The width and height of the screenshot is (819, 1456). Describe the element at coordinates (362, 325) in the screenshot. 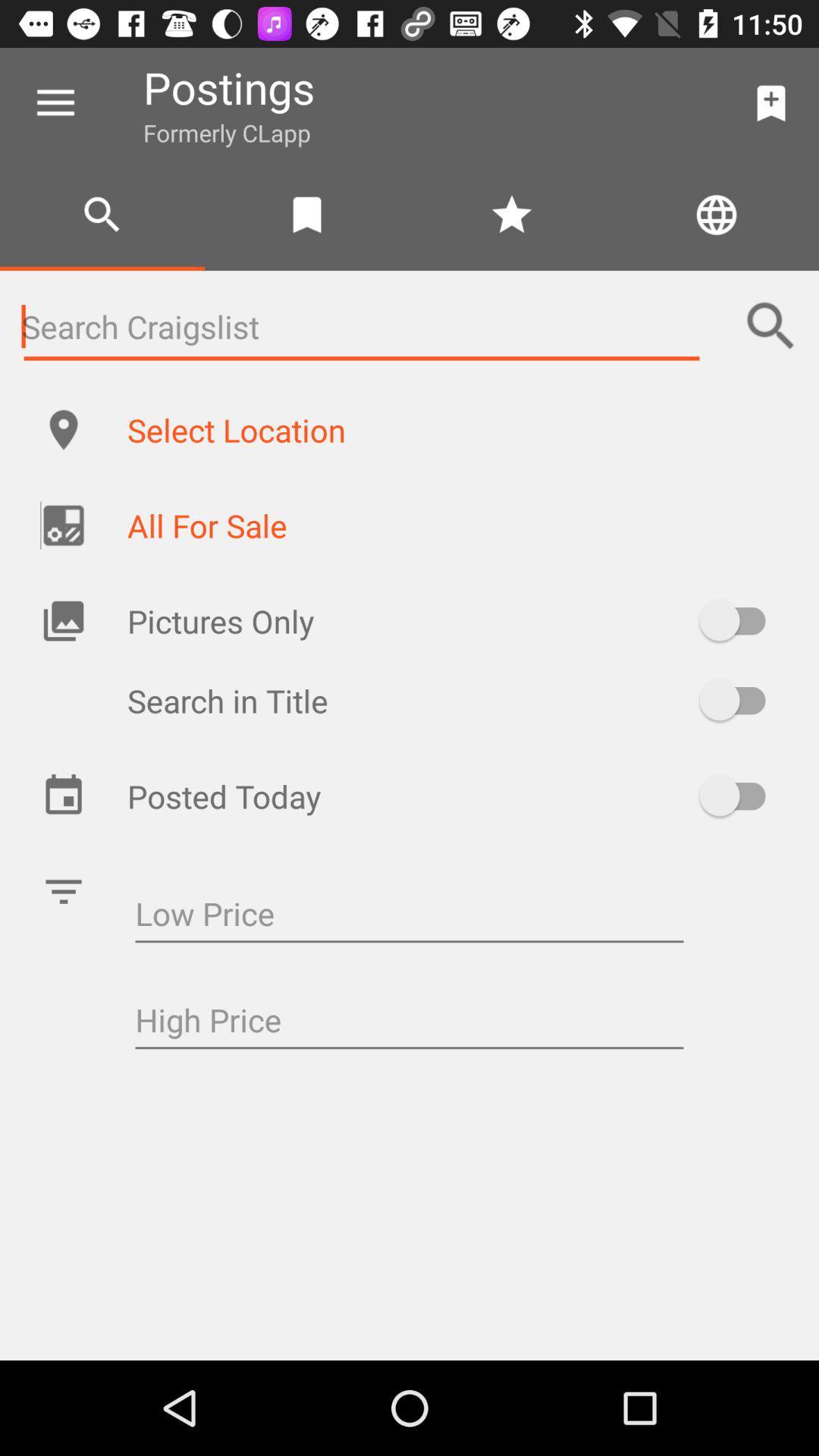

I see `search bar` at that location.